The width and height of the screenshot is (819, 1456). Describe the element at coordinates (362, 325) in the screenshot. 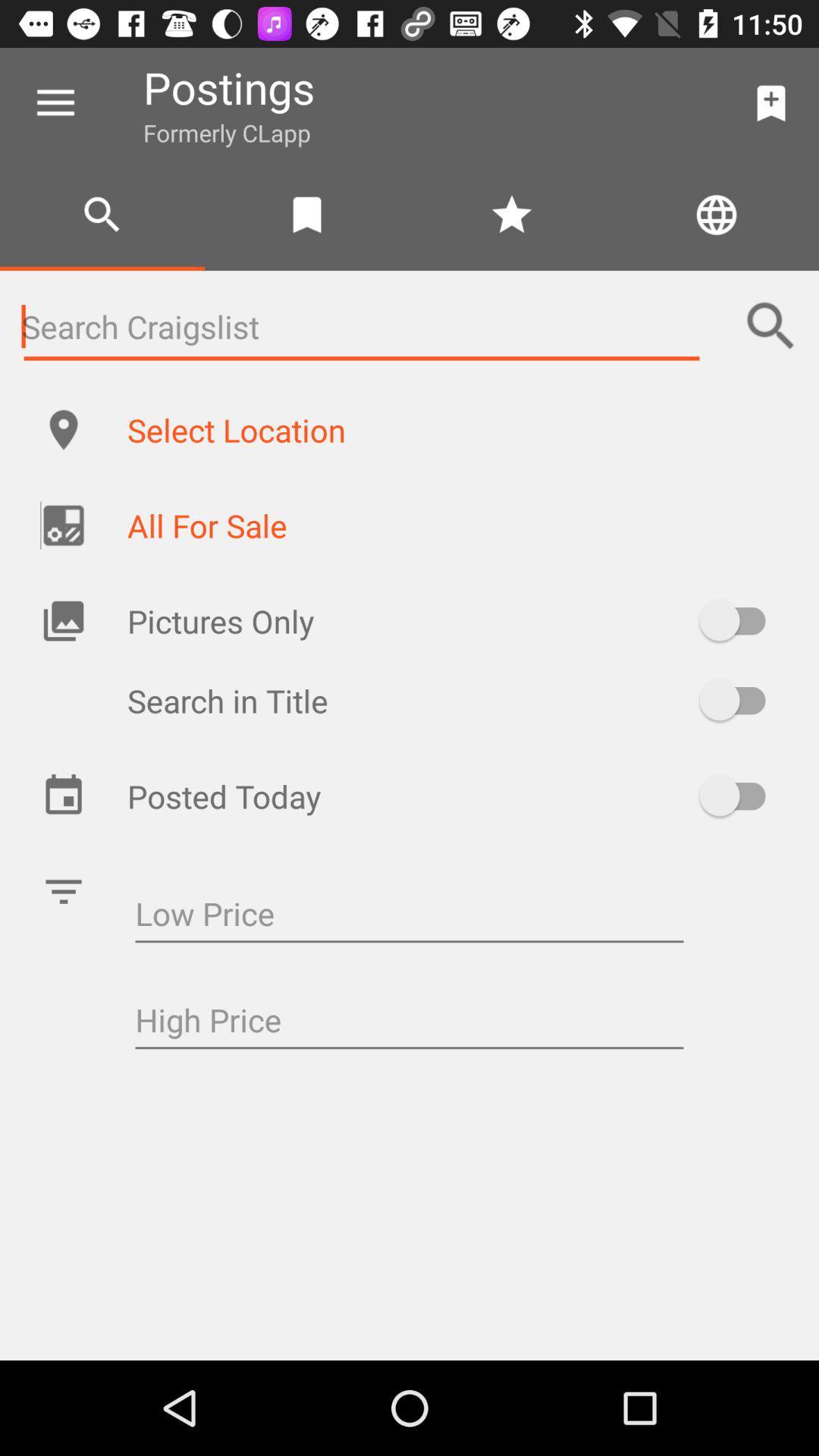

I see `search bar` at that location.